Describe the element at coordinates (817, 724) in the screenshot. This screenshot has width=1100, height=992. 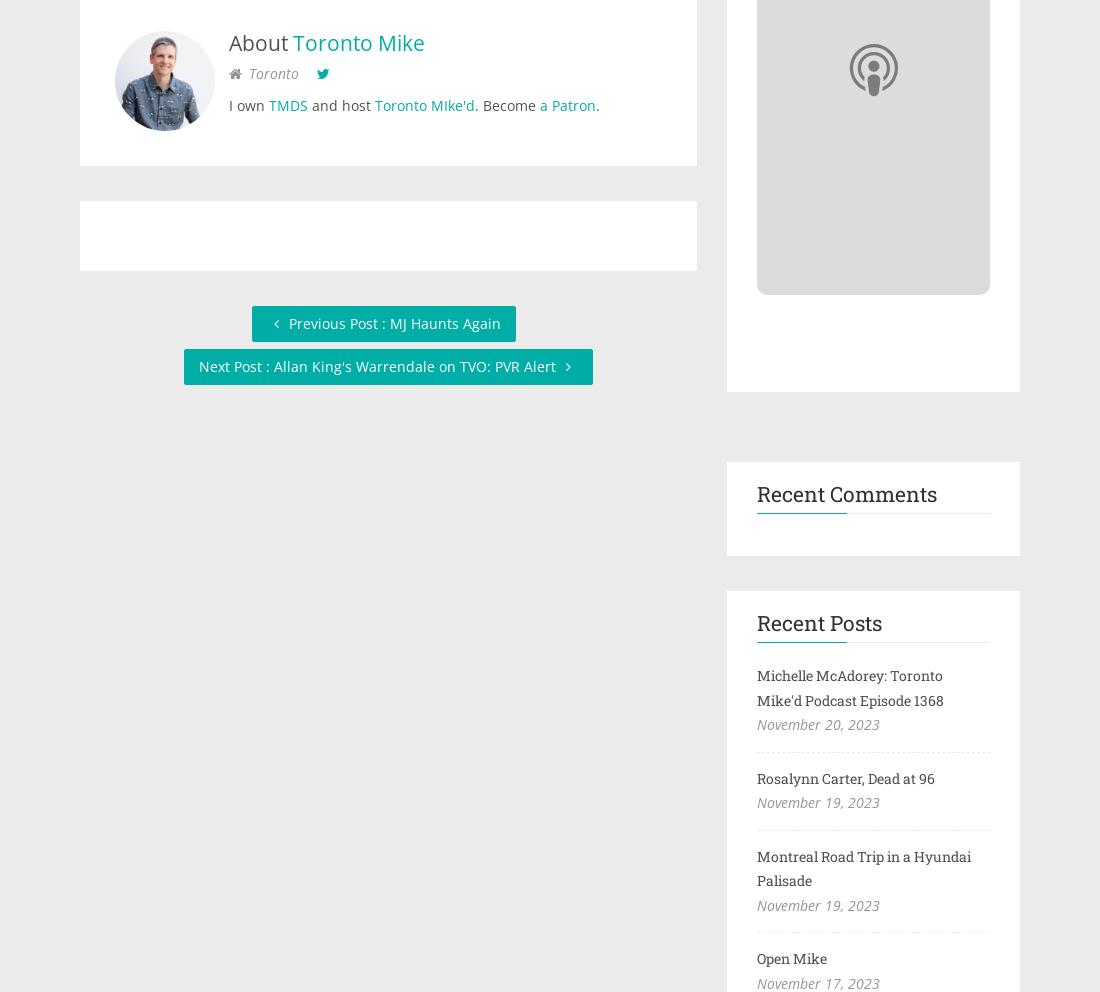
I see `'November 20, 2023'` at that location.